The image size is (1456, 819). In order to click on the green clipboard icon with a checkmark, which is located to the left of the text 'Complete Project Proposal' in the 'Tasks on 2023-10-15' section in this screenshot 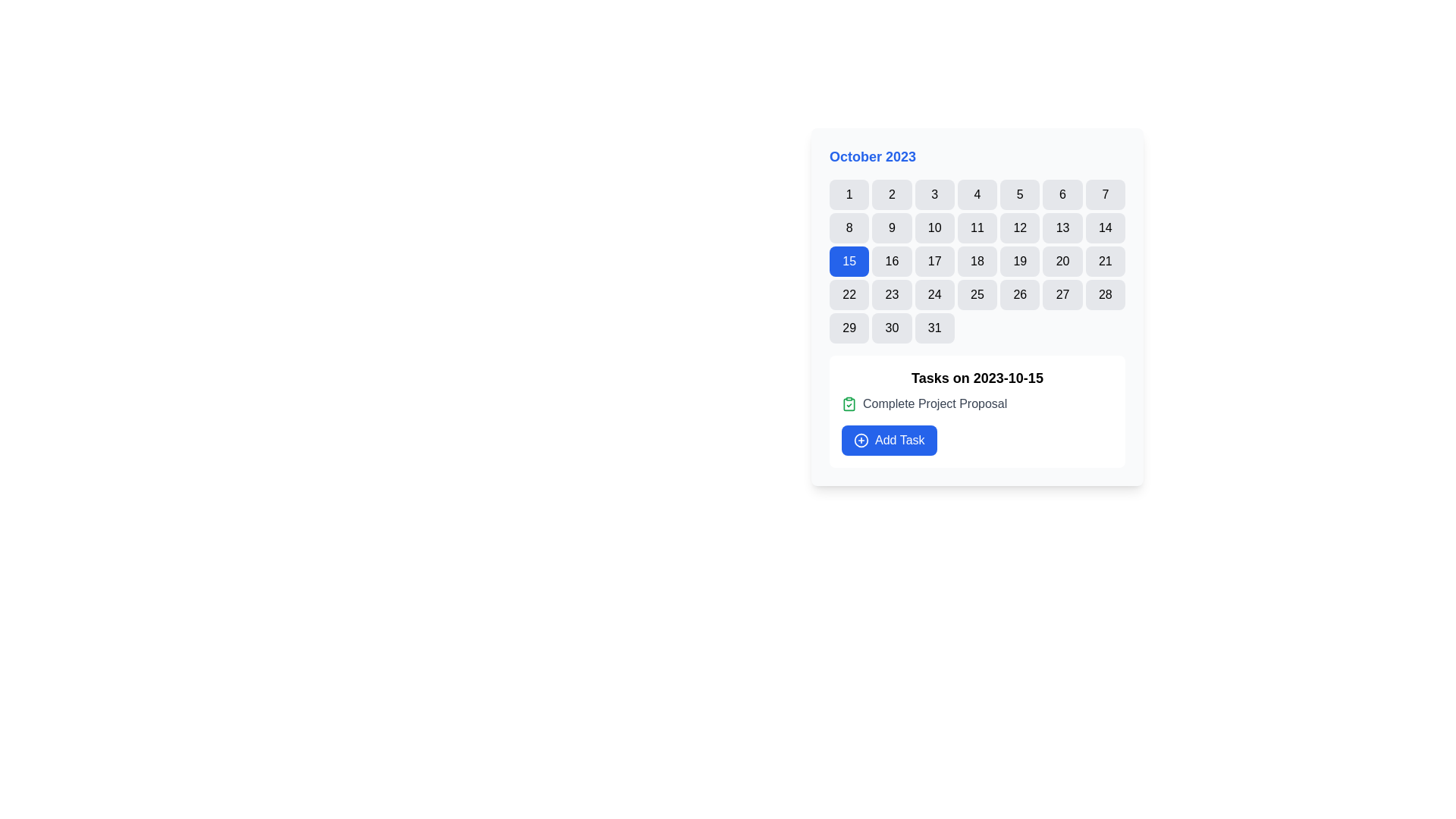, I will do `click(848, 403)`.